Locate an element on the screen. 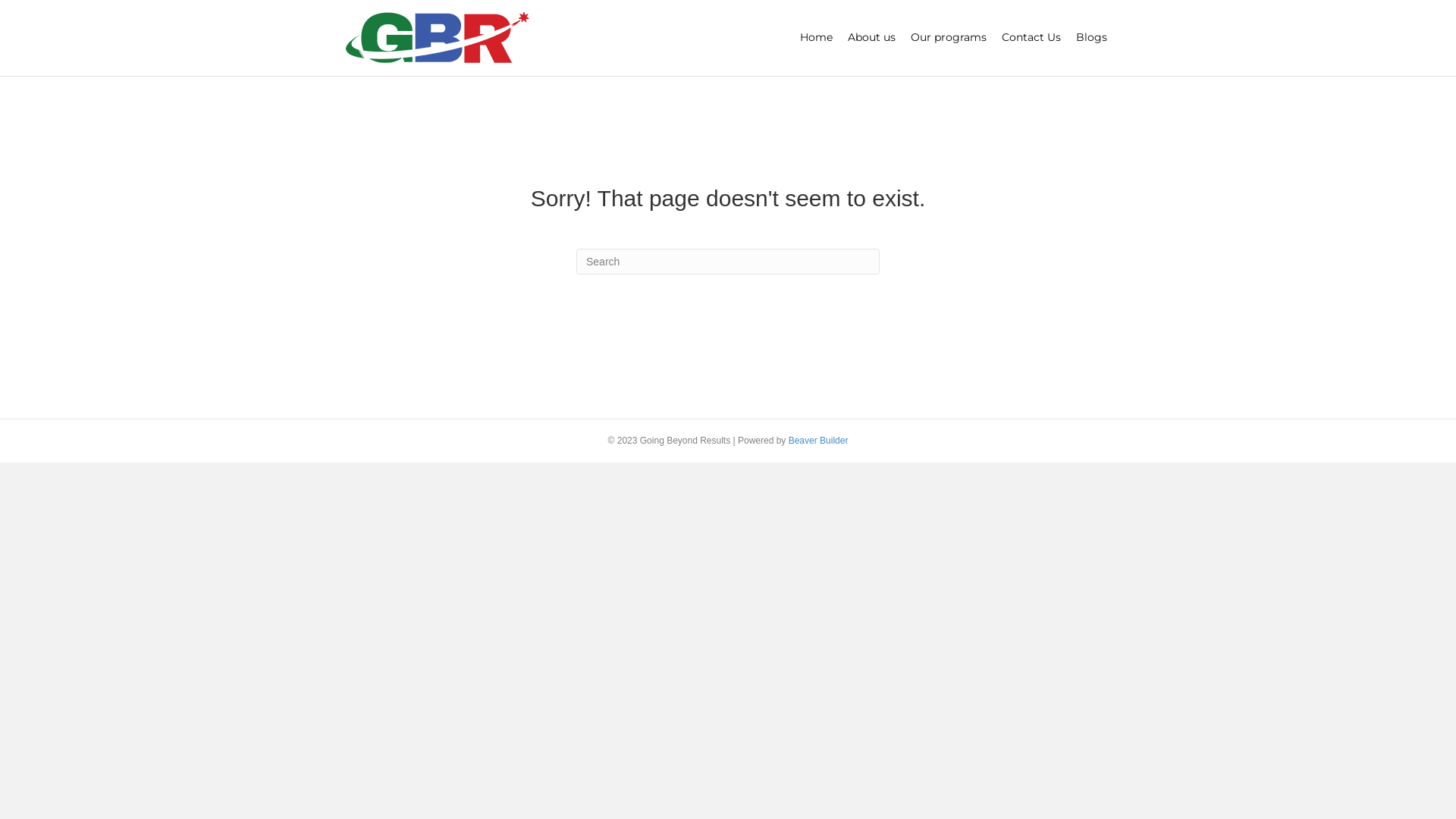 This screenshot has width=1456, height=819. 'About us' is located at coordinates (871, 37).